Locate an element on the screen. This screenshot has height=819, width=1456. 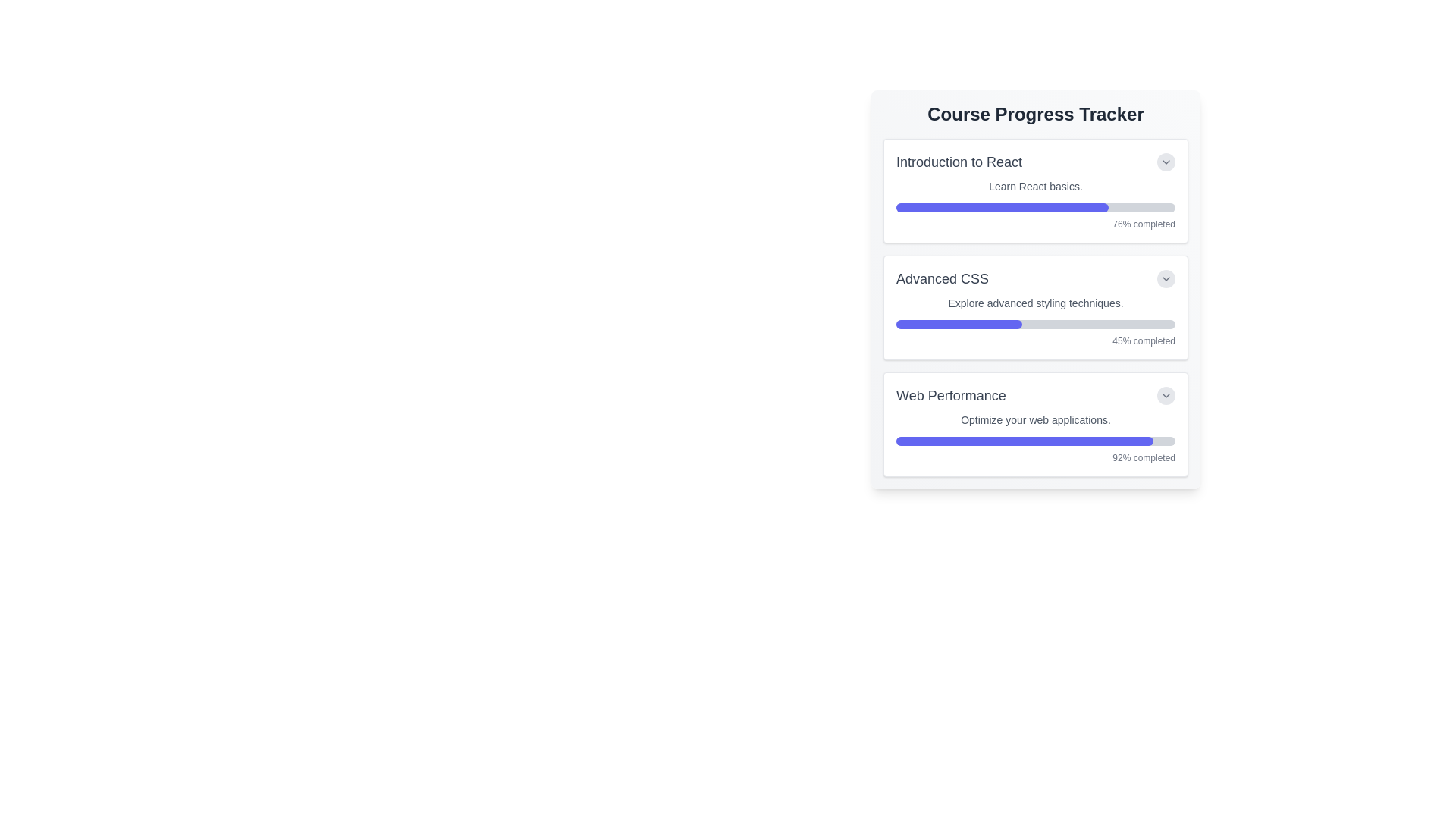
text 'Optimize your web applications.' located in the gray styled small font beneath the main title 'Web Performance' within the card layout is located at coordinates (1035, 420).